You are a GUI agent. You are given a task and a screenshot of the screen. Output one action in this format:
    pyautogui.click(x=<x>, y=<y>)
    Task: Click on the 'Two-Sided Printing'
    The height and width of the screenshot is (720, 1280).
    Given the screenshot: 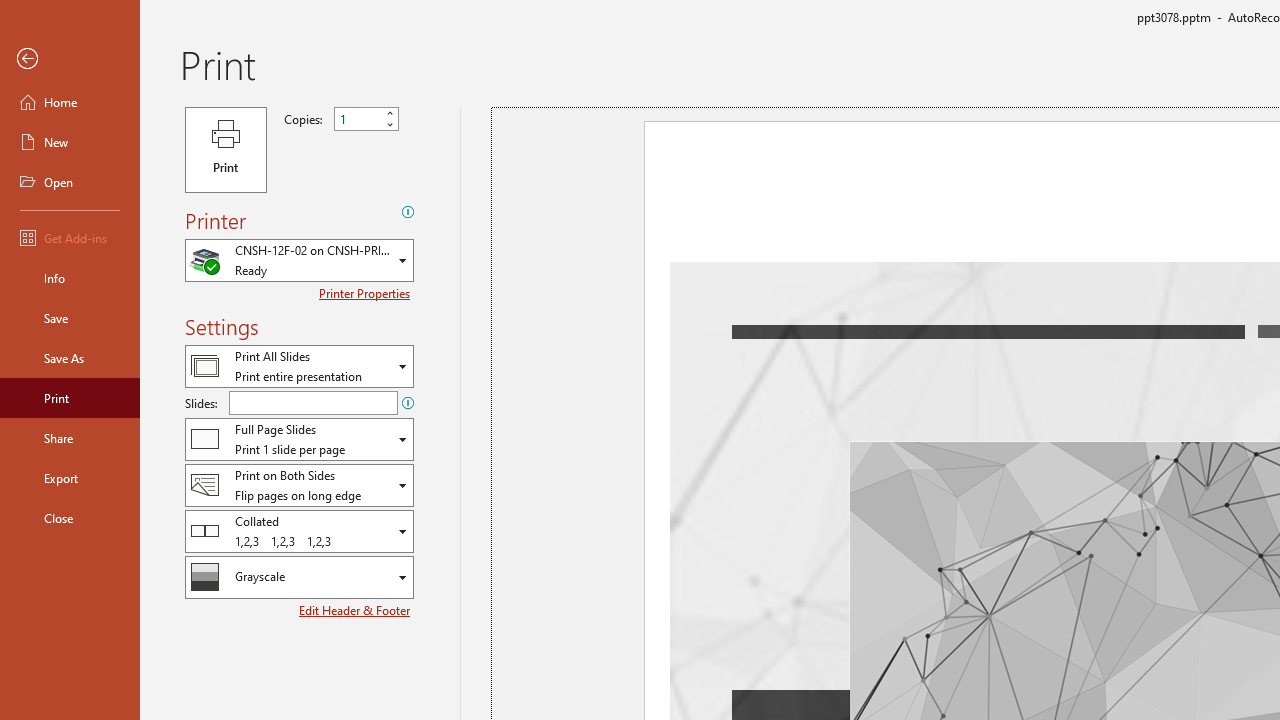 What is the action you would take?
    pyautogui.click(x=298, y=485)
    